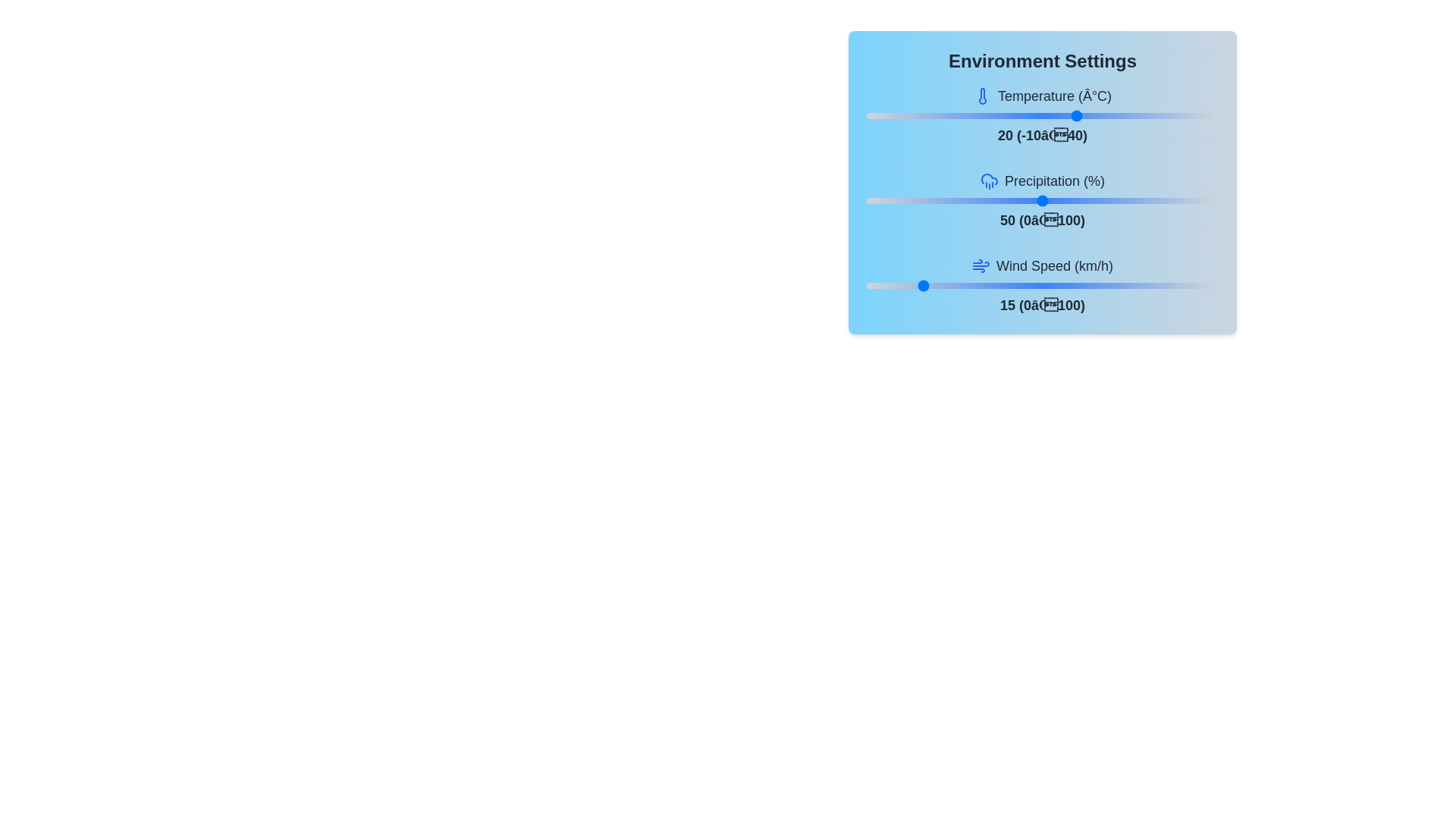  I want to click on the precipitation, so click(961, 200).